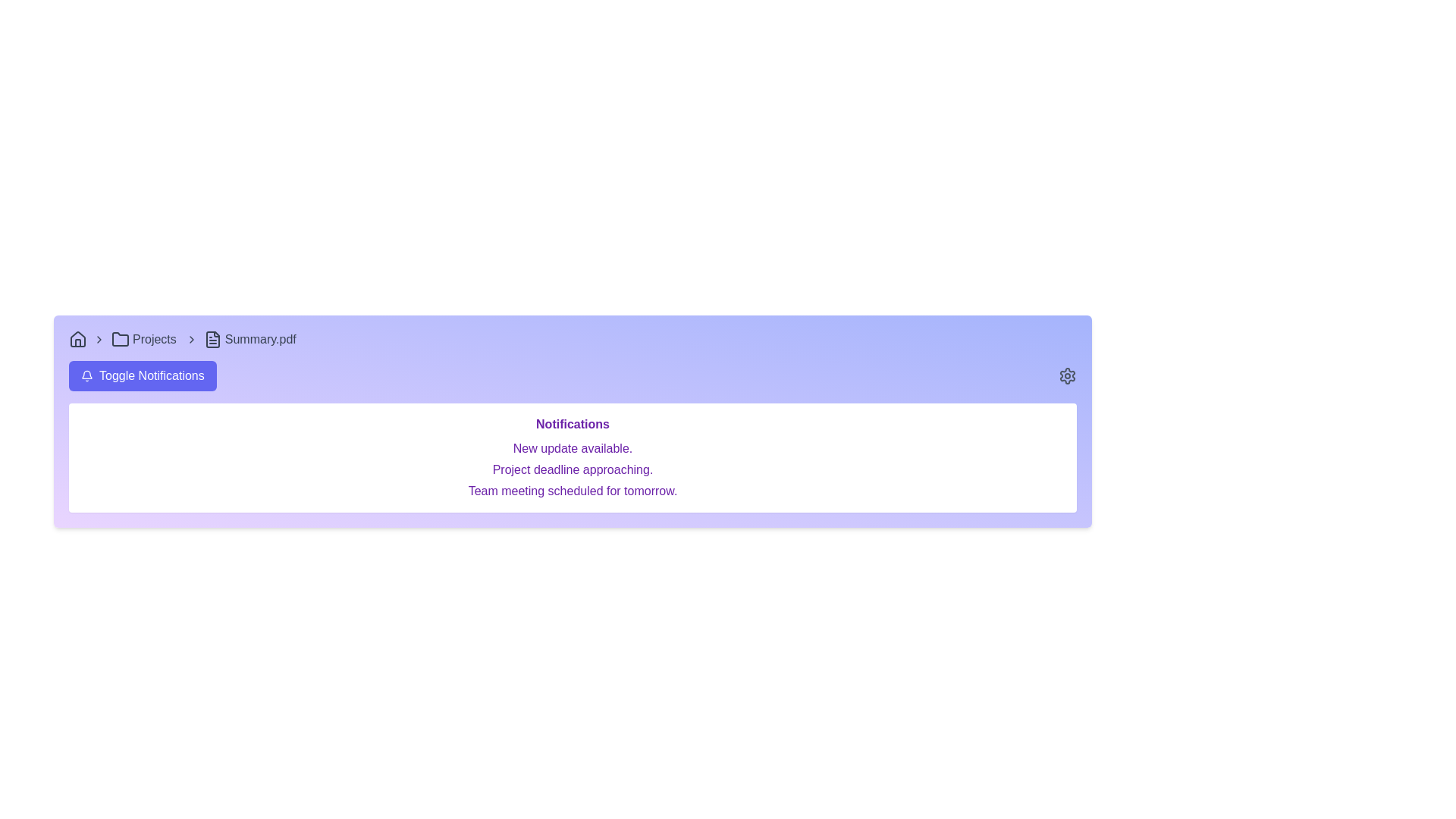 This screenshot has width=1456, height=819. I want to click on text 'Projects' in the breadcrumb navigation as the second item following the home and folder icons, so click(154, 338).